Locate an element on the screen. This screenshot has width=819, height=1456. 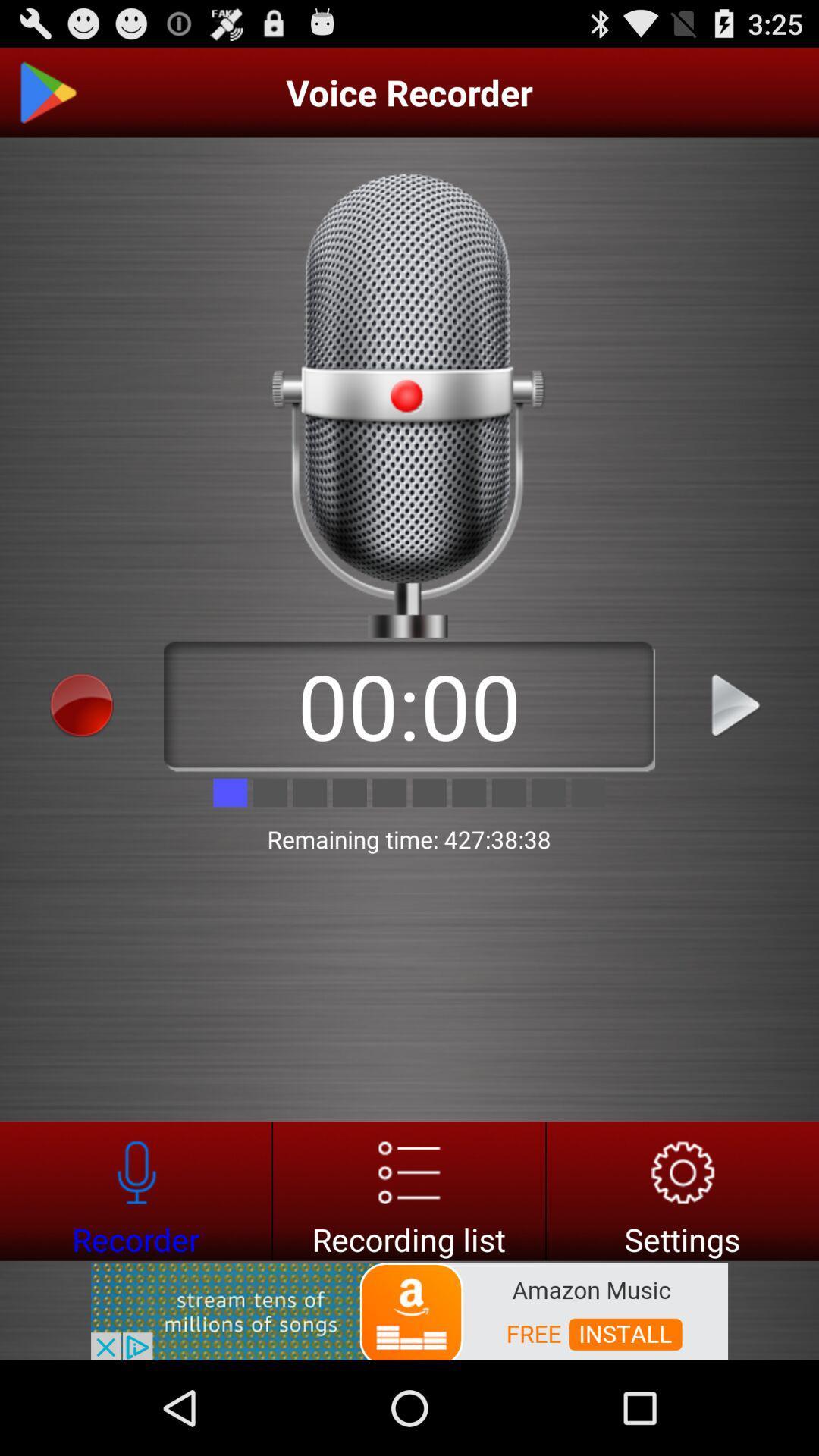
voice recorder start button is located at coordinates (82, 704).